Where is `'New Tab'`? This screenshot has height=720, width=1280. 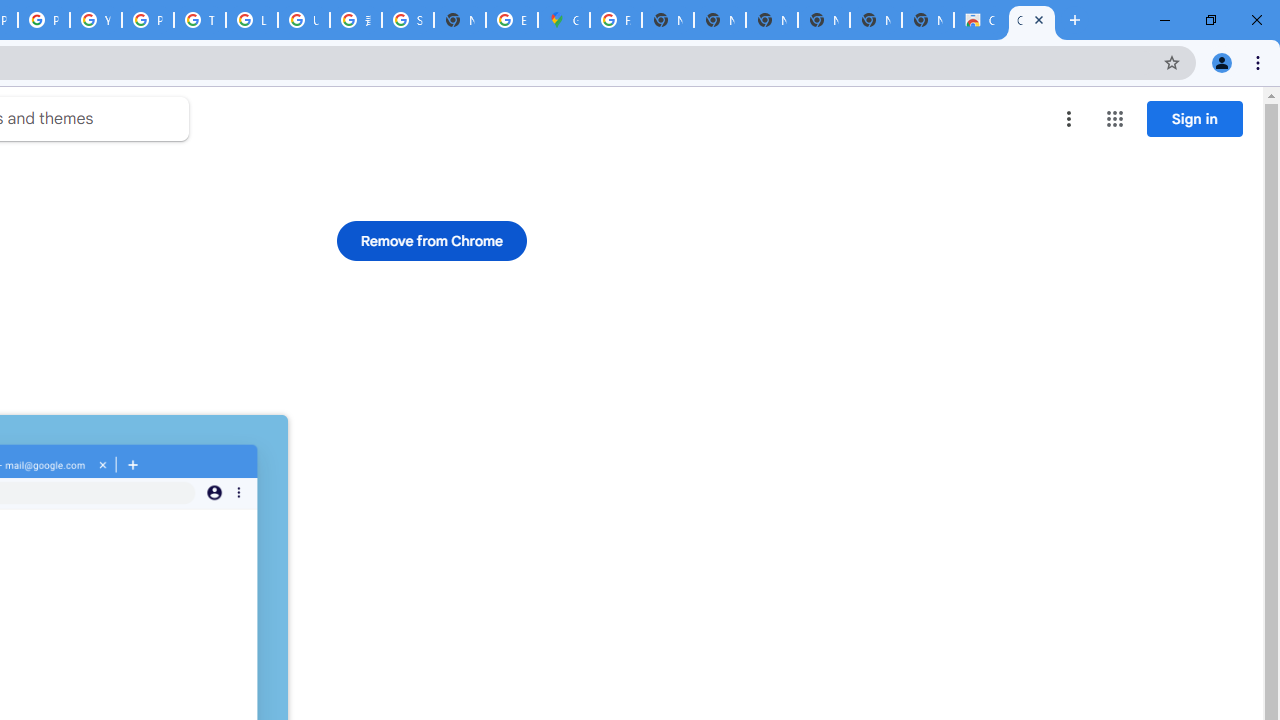 'New Tab' is located at coordinates (927, 20).